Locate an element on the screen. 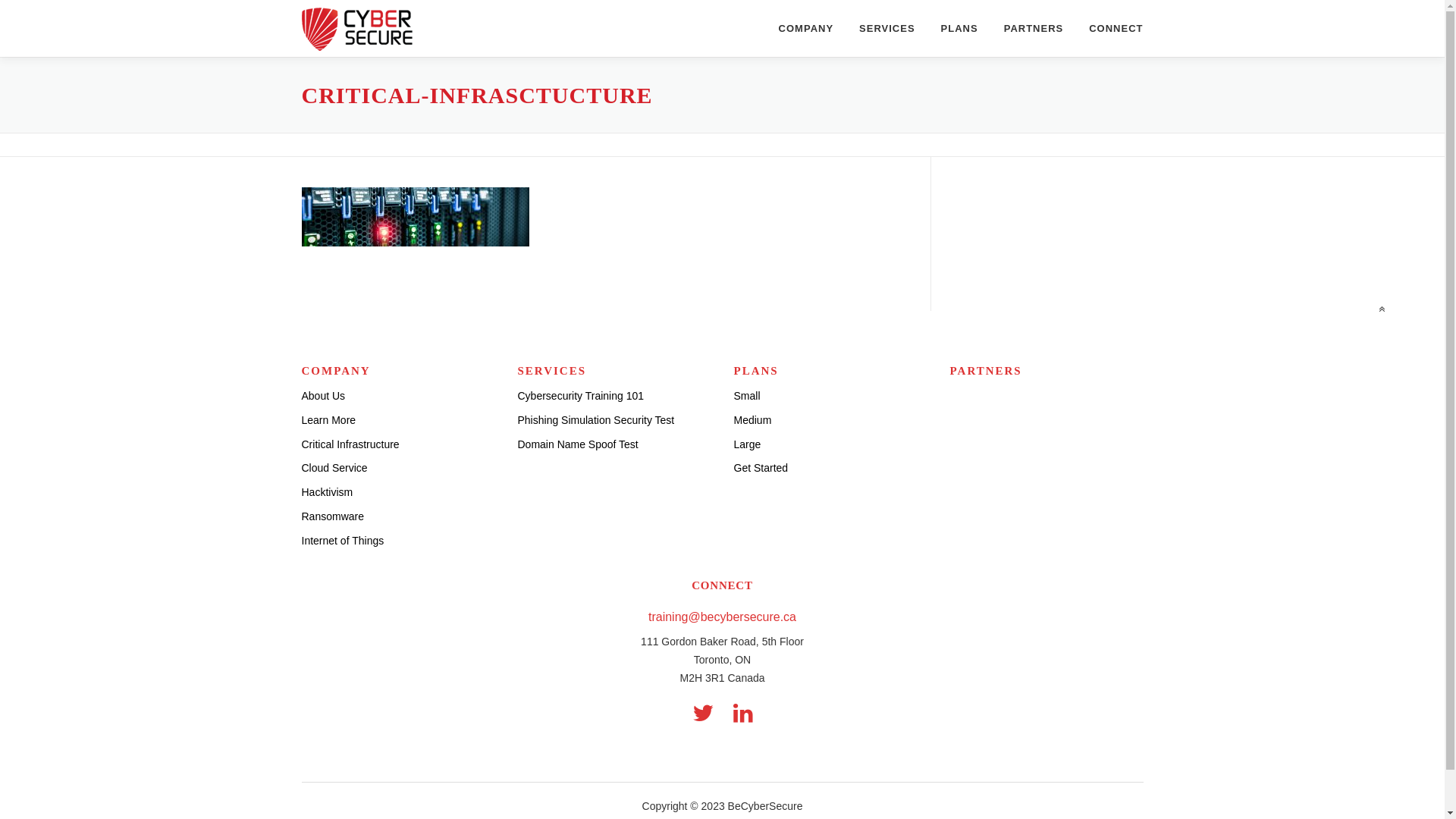 The image size is (1456, 819). 'About Us' is located at coordinates (323, 394).